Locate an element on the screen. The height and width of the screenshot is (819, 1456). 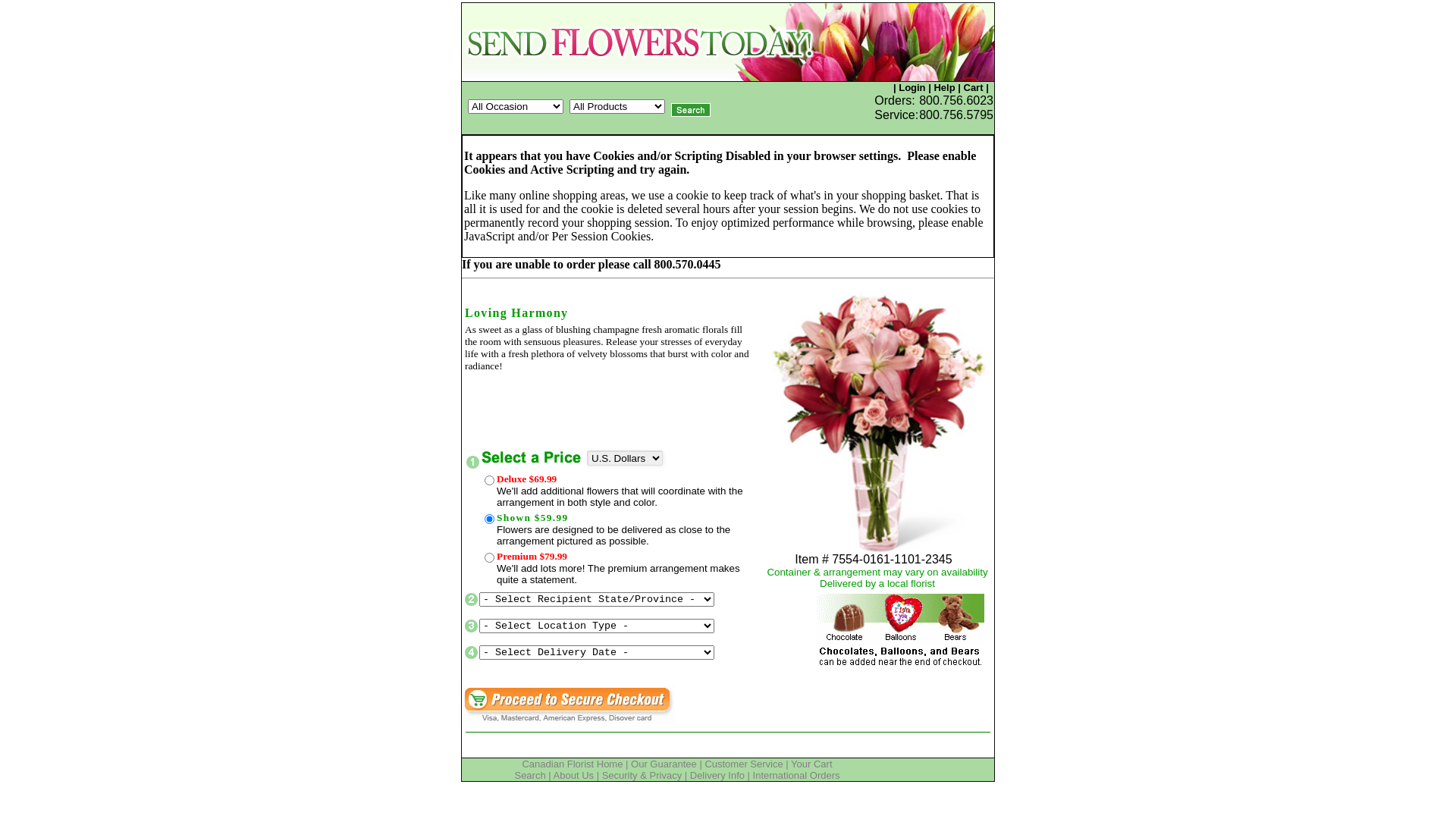
'Login' is located at coordinates (911, 87).